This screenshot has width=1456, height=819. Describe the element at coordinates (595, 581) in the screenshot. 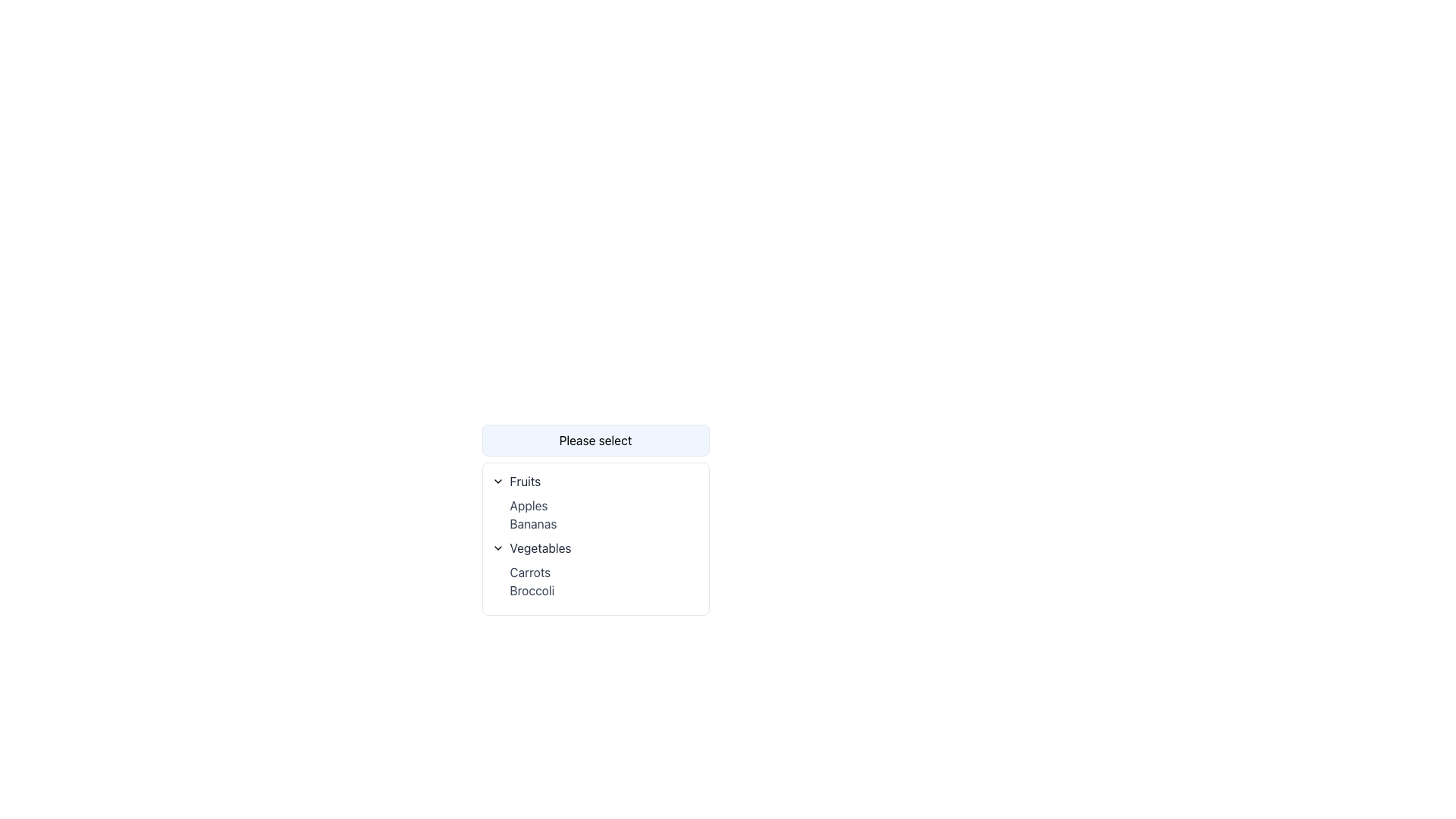

I see `the dropdown list item` at that location.